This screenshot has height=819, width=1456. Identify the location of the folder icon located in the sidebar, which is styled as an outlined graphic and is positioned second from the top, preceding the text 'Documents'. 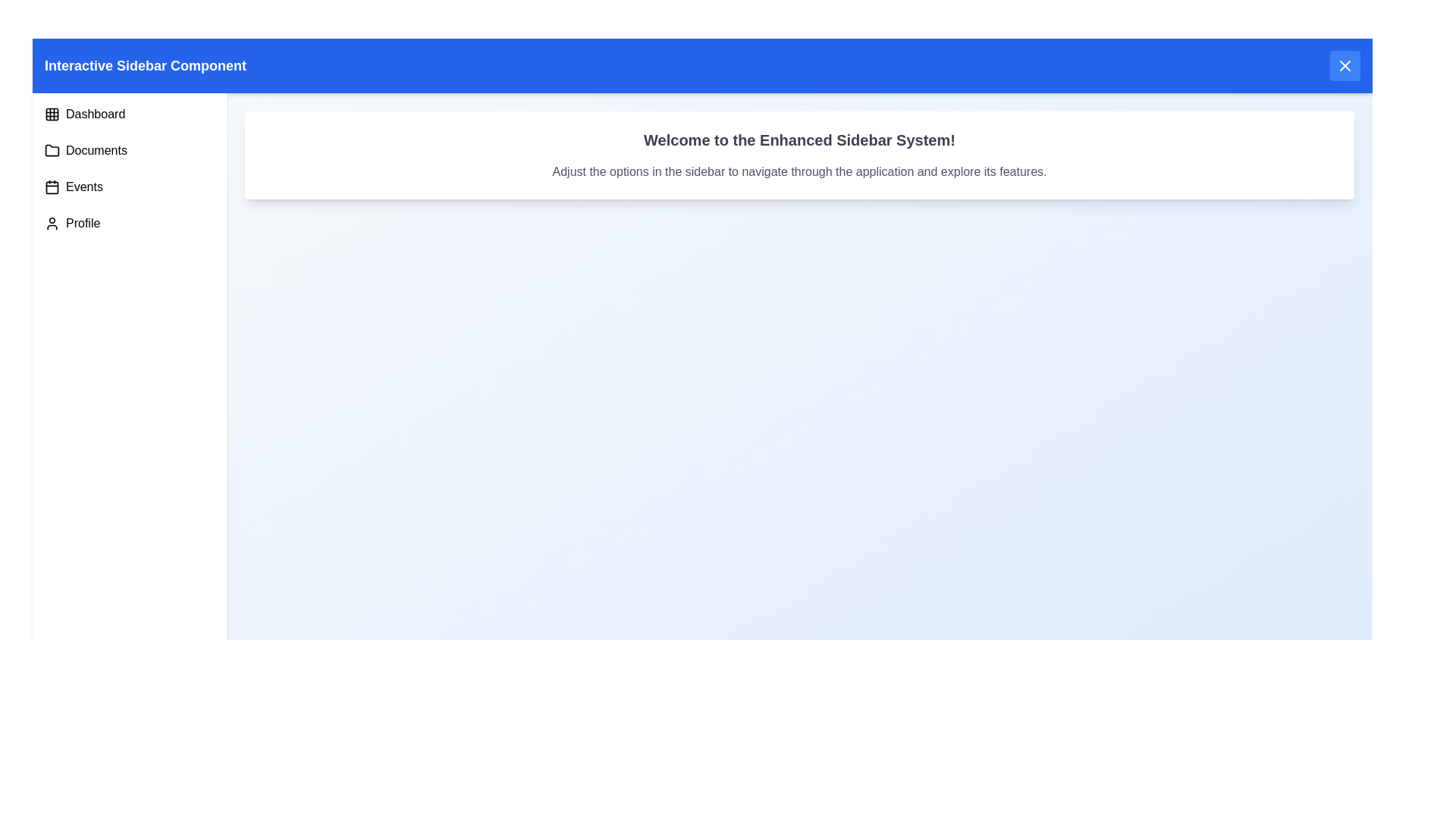
(52, 151).